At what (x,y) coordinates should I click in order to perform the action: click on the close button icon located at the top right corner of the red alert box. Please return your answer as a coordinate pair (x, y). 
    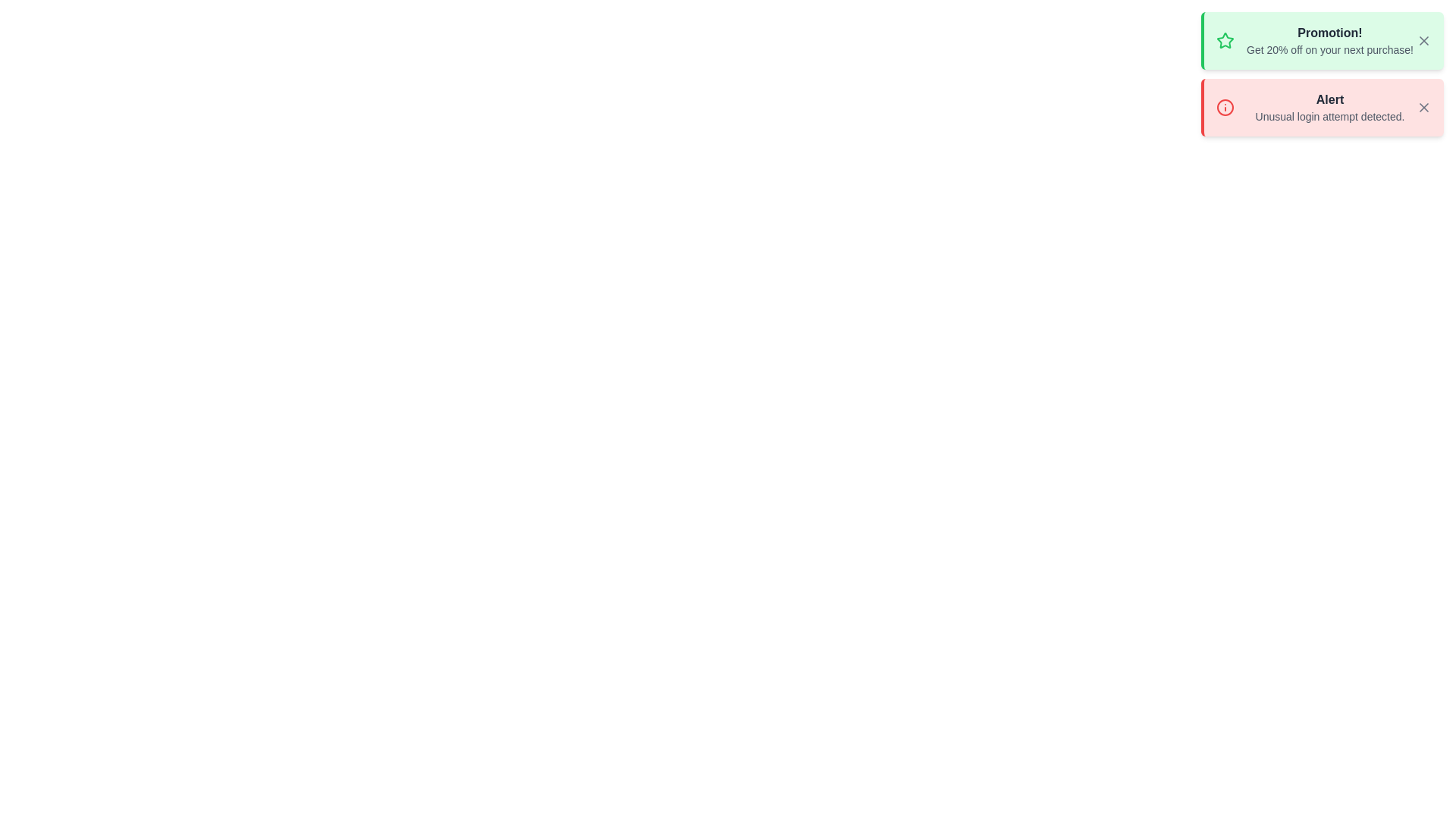
    Looking at the image, I should click on (1423, 107).